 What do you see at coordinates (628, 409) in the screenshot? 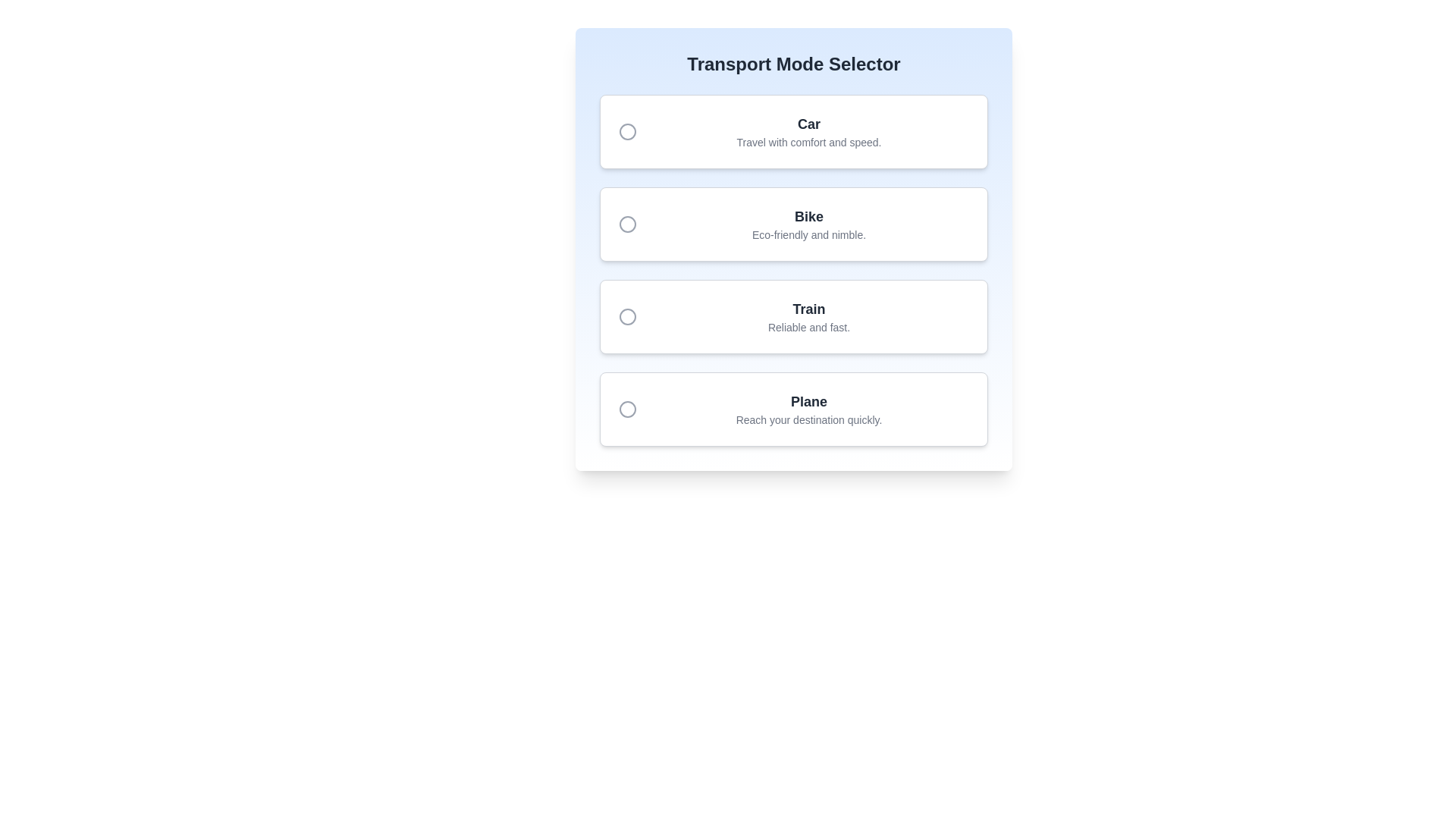
I see `the circular SVG icon representing the 'Plane' option in the 'Transport Mode Selector' interface` at bounding box center [628, 409].